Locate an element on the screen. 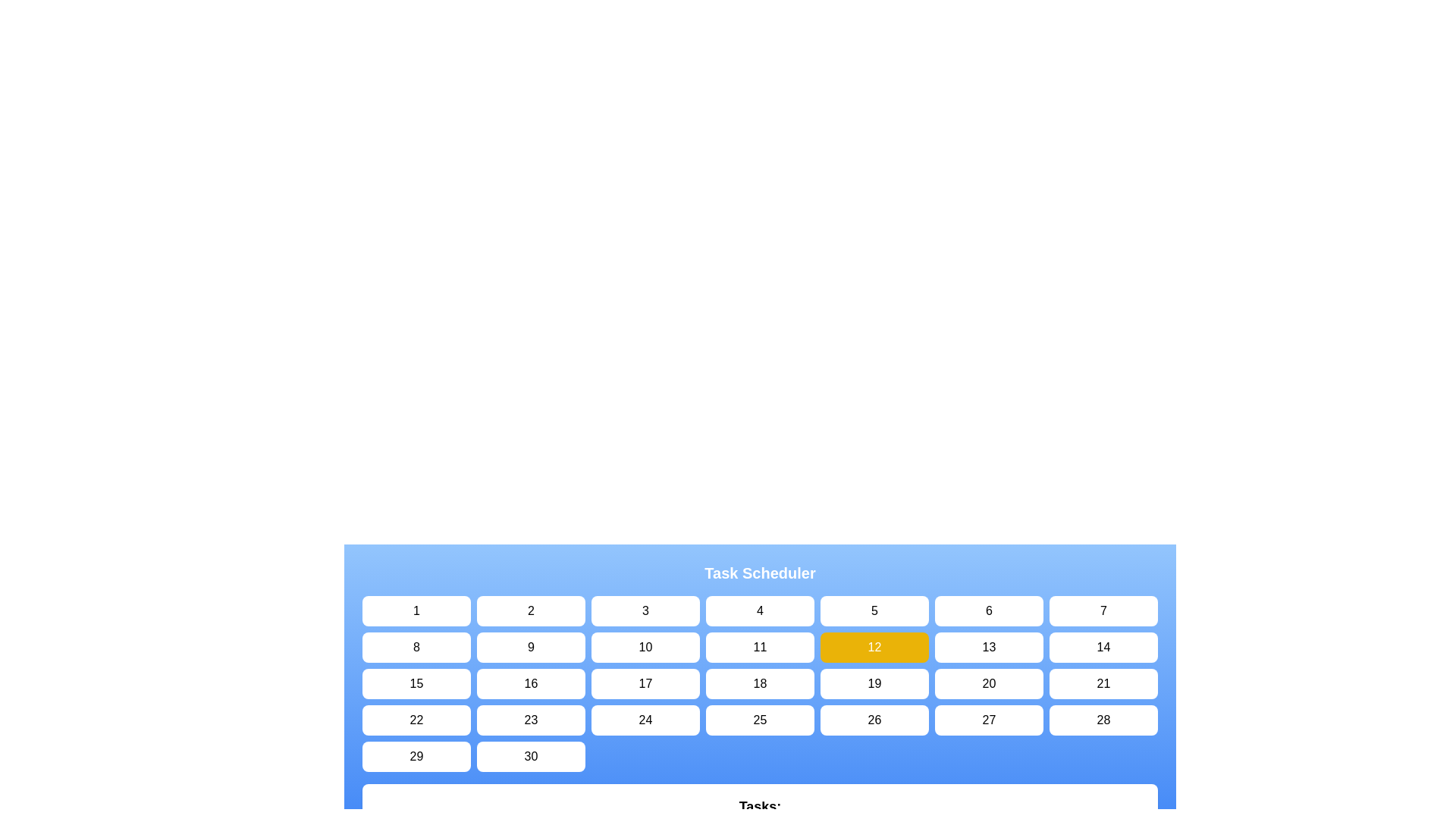 Image resolution: width=1456 pixels, height=819 pixels. the rounded rectangular button labeled '14' with a white background and black text is located at coordinates (1103, 647).